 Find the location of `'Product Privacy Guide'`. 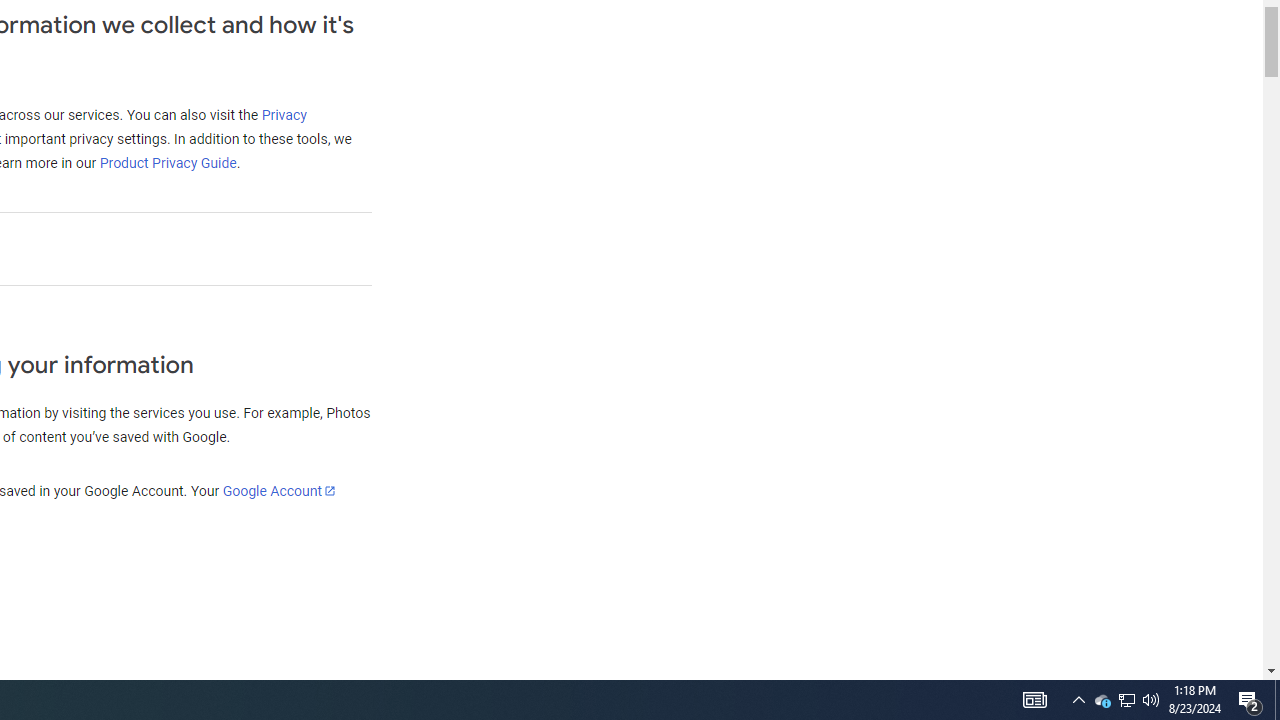

'Product Privacy Guide' is located at coordinates (167, 162).